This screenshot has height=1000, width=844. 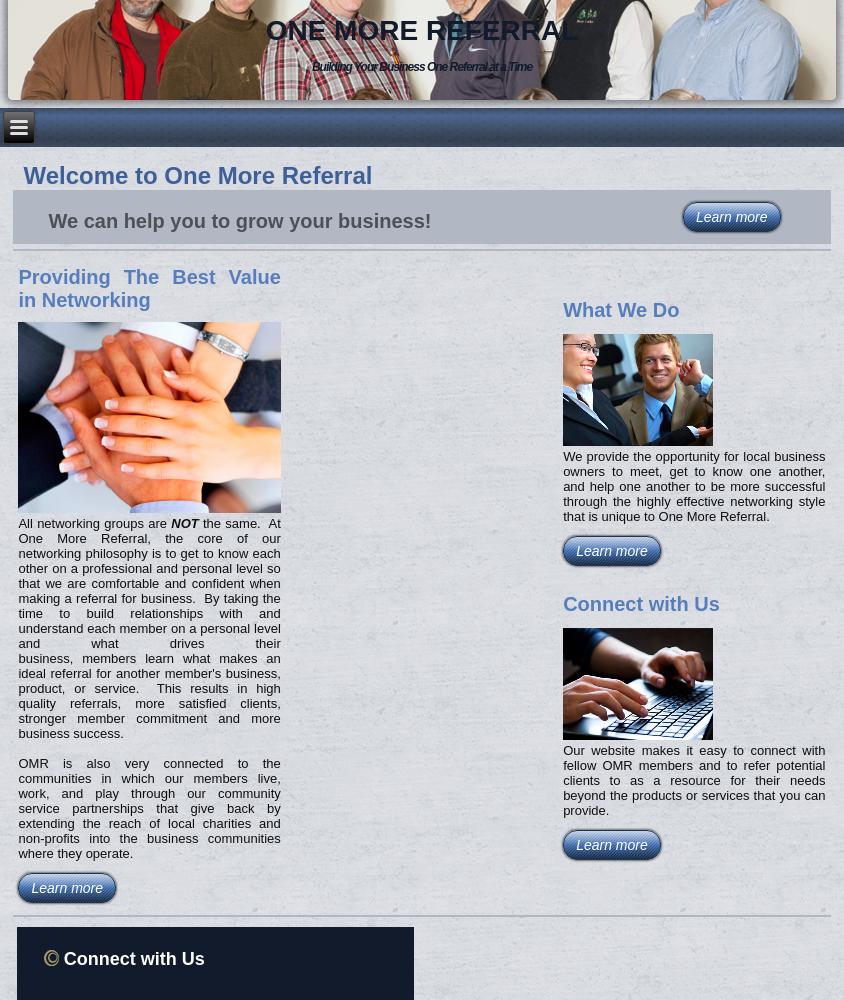 I want to click on 'ONE MORE REFERRAL', so click(x=421, y=29).